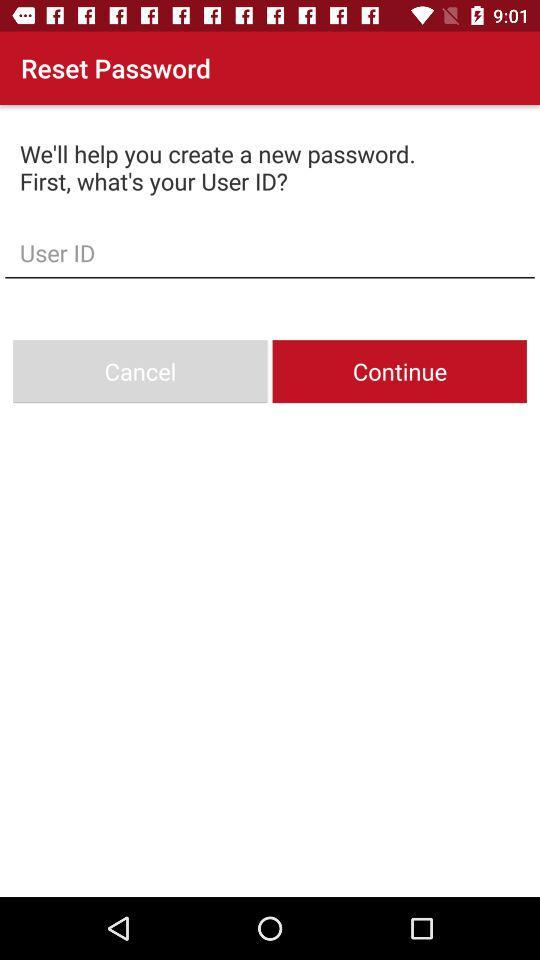 The height and width of the screenshot is (960, 540). I want to click on cancel icon, so click(139, 370).